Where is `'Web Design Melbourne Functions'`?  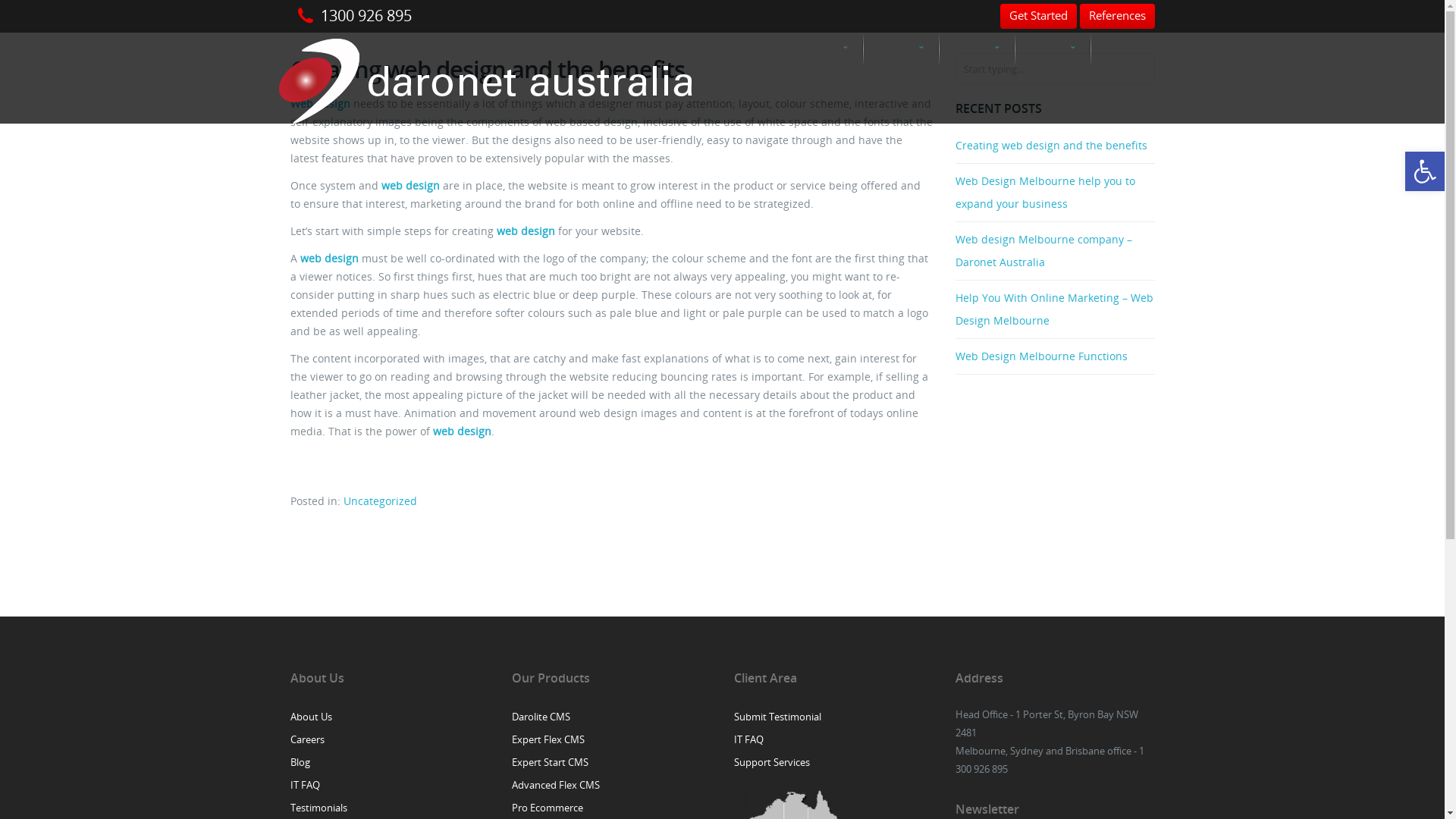 'Web Design Melbourne Functions' is located at coordinates (1054, 356).